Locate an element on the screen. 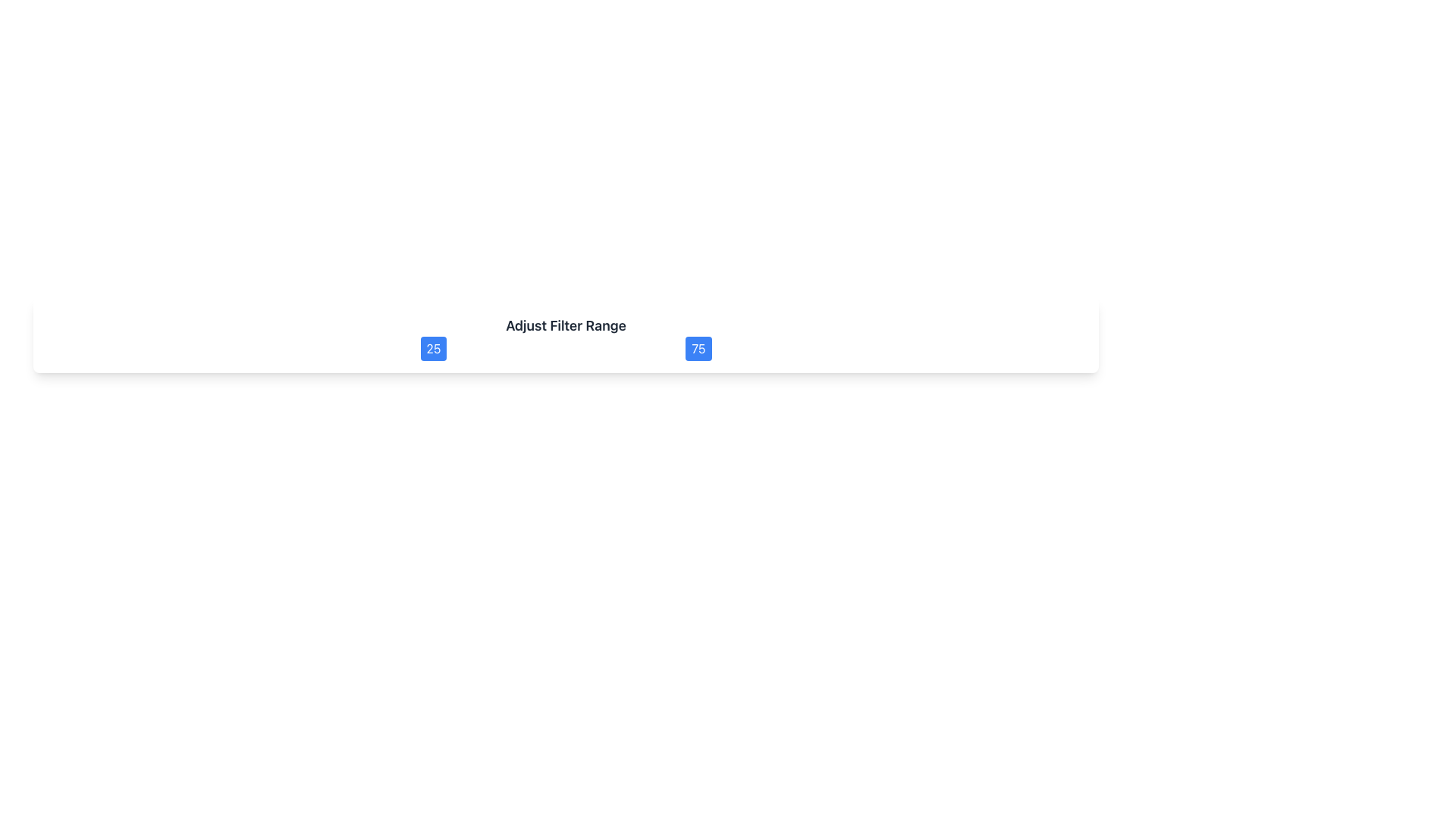 Image resolution: width=1456 pixels, height=819 pixels. slider value is located at coordinates (629, 356).